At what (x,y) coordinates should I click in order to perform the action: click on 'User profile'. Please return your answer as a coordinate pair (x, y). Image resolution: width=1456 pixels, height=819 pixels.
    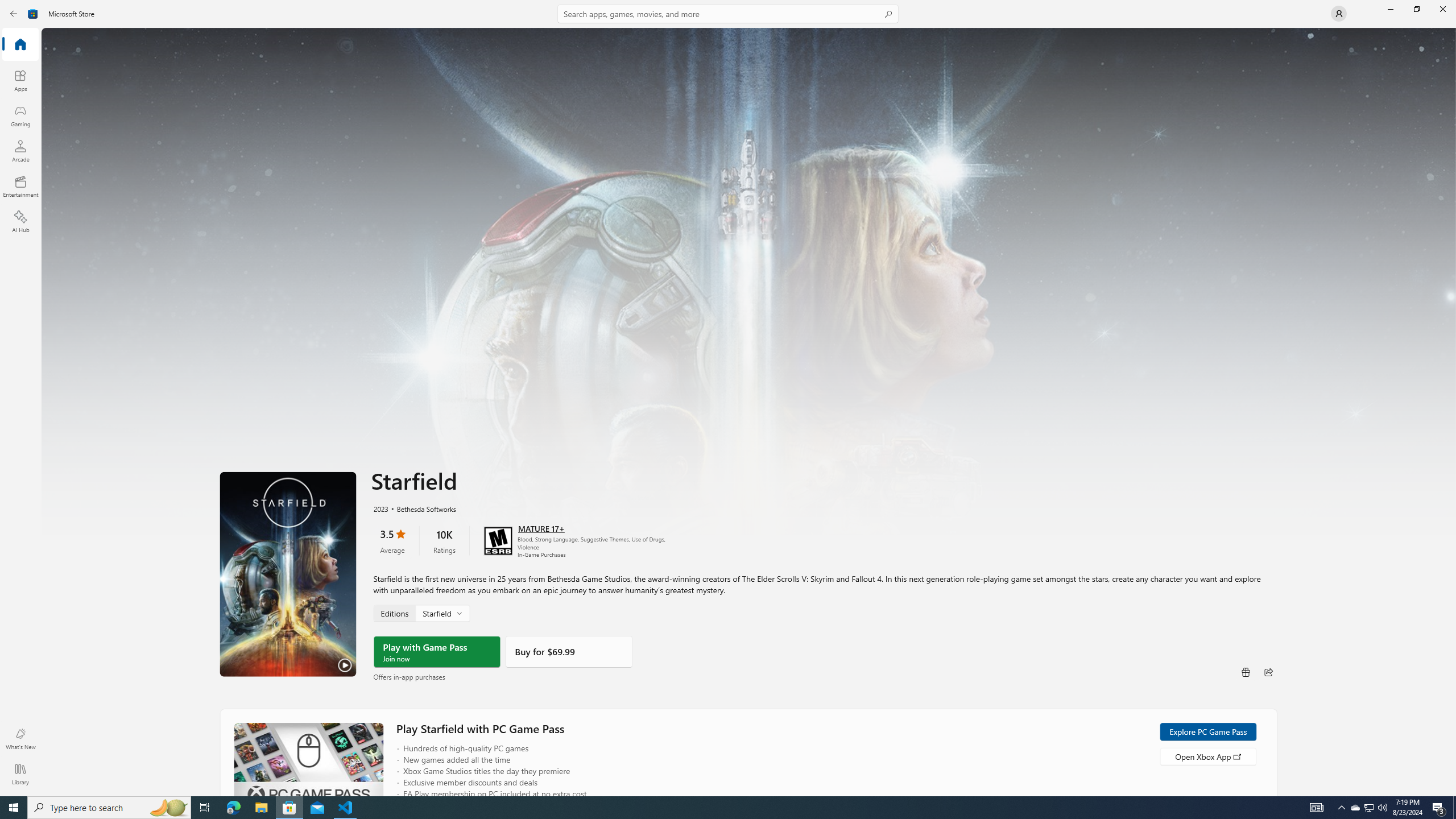
    Looking at the image, I should click on (1338, 13).